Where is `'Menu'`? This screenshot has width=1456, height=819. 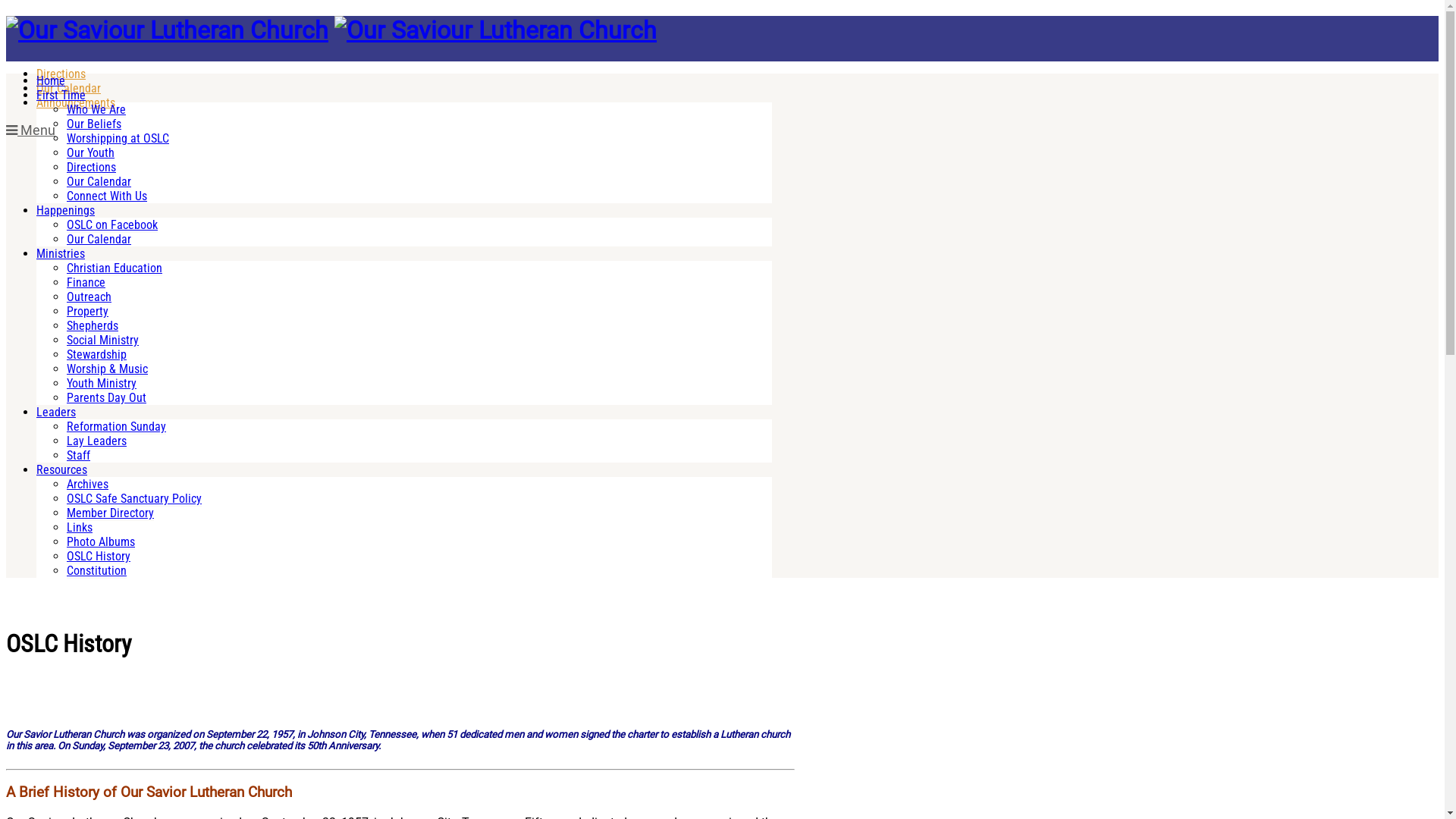 'Menu' is located at coordinates (30, 129).